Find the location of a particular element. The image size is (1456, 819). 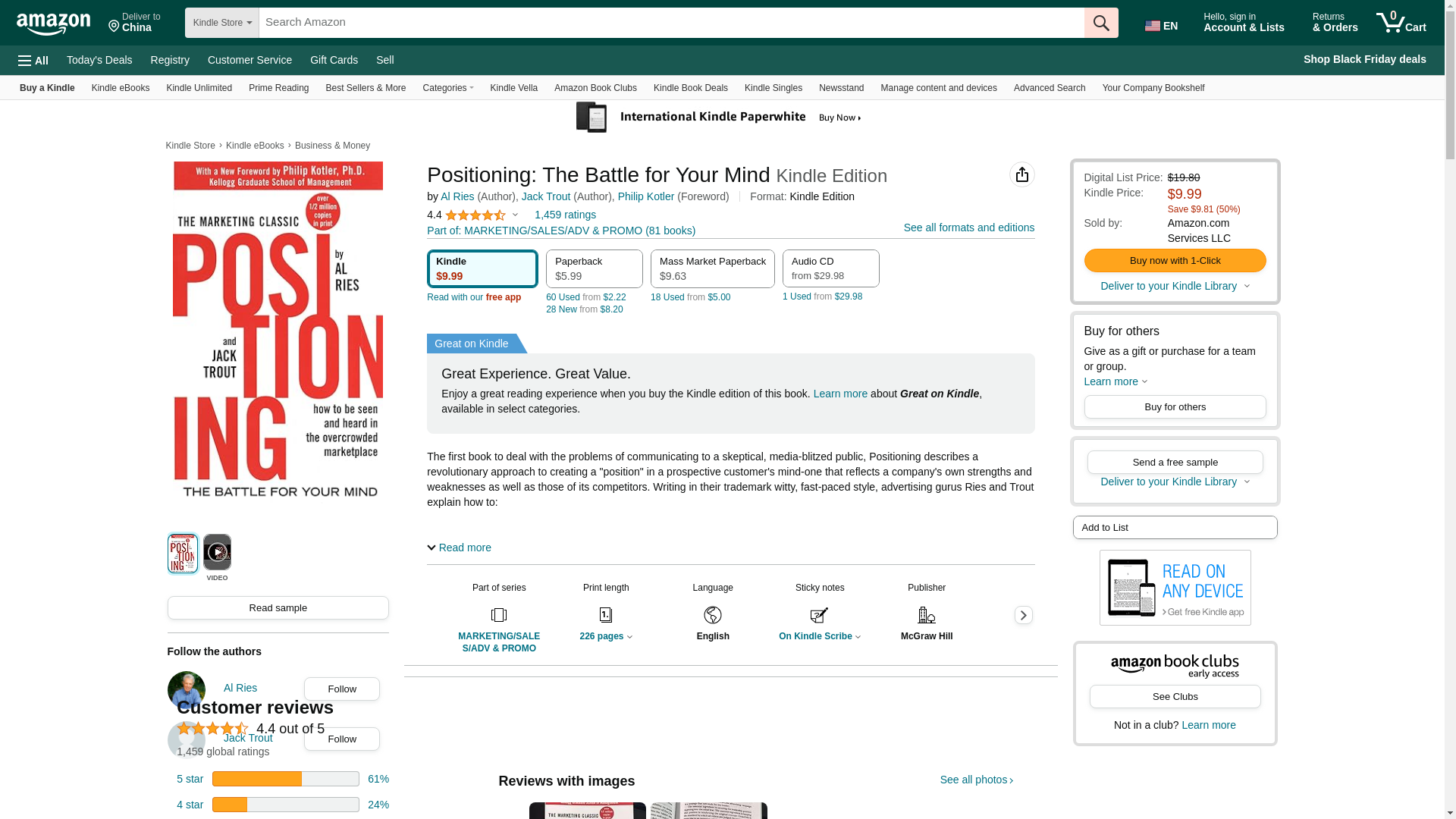

'Advanced Search' is located at coordinates (1049, 87).